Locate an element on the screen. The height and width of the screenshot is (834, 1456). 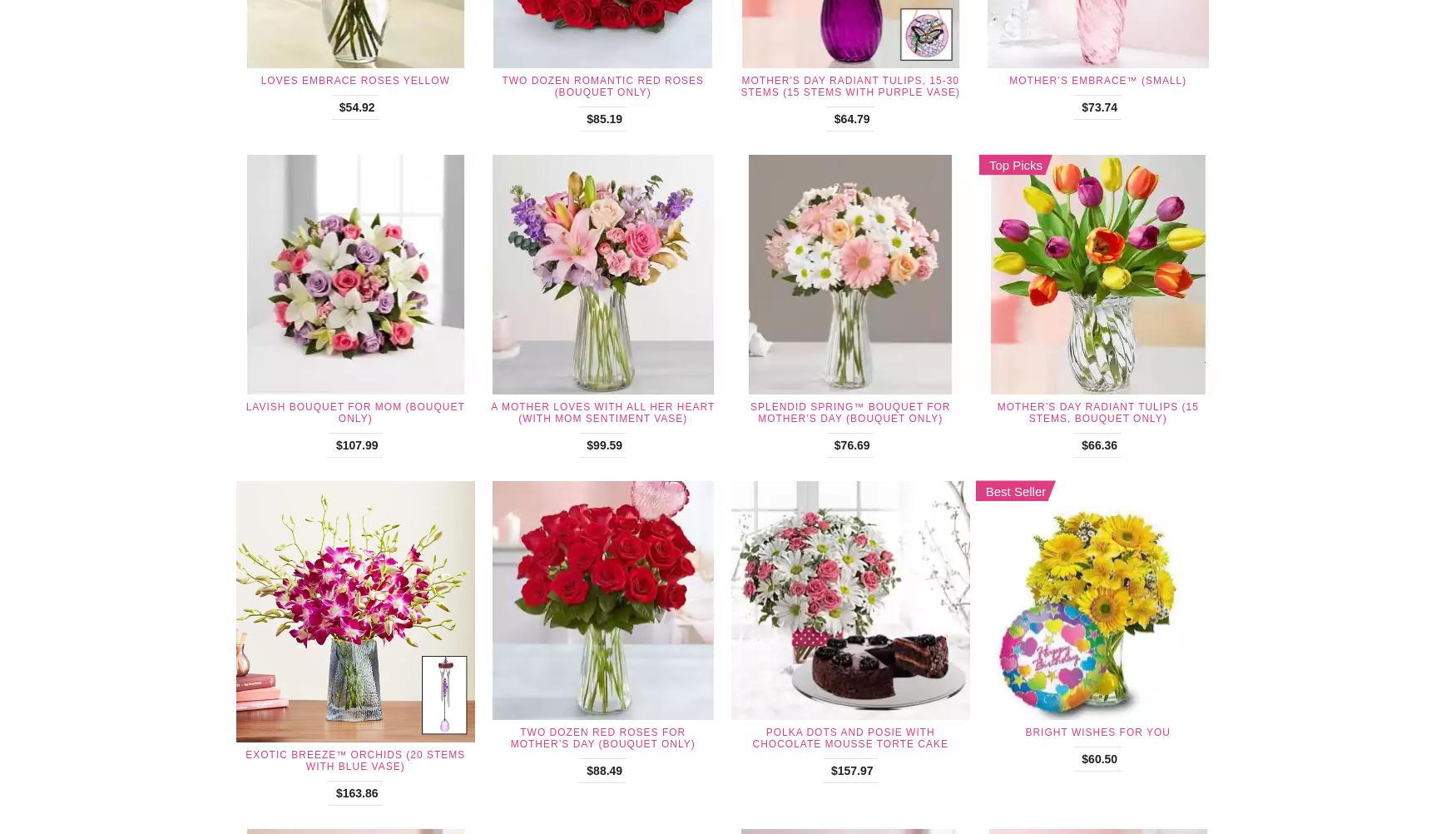
'Loves Embrace Roses Yellow' is located at coordinates (354, 79).